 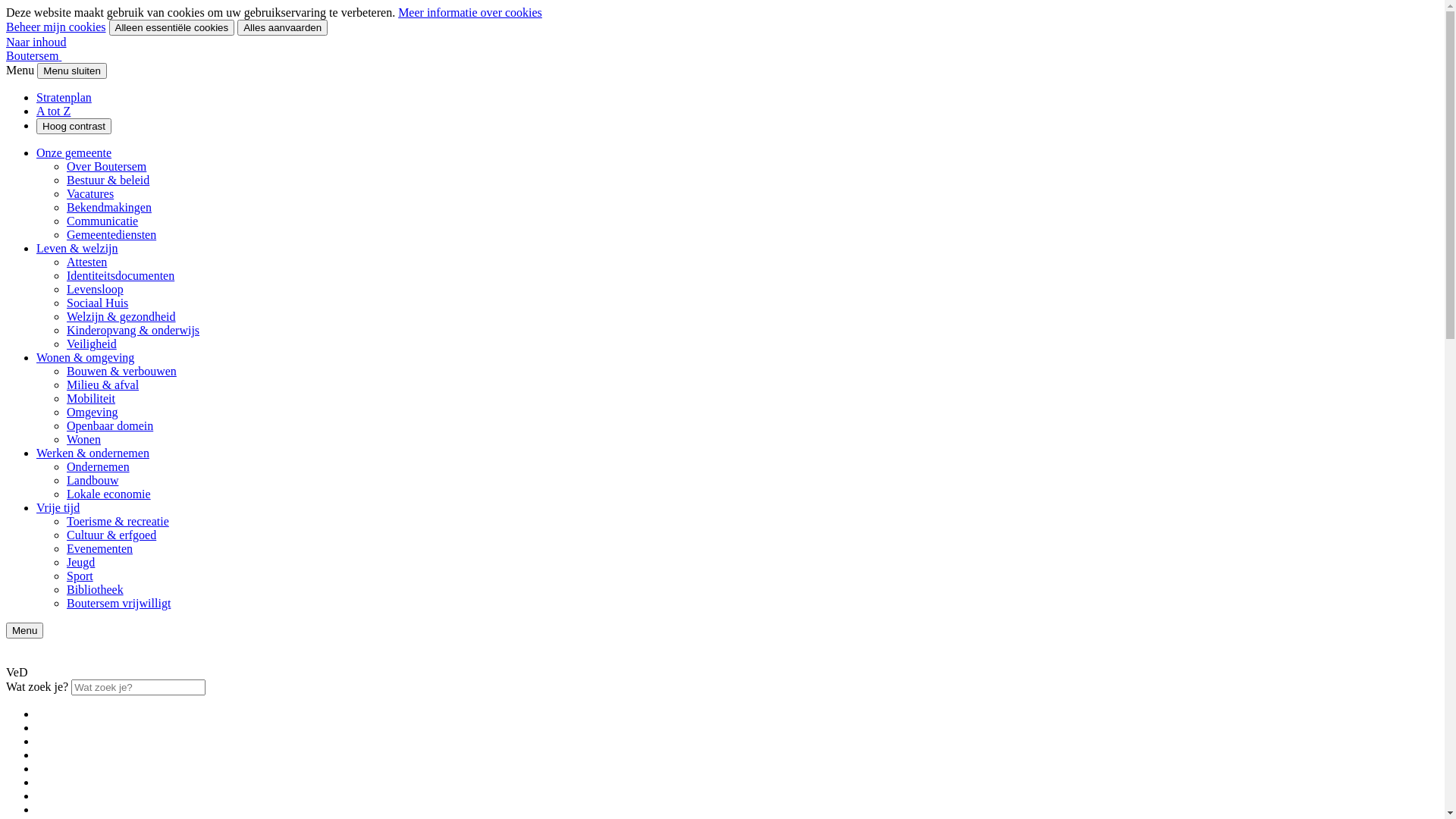 What do you see at coordinates (65, 303) in the screenshot?
I see `'Sociaal Huis'` at bounding box center [65, 303].